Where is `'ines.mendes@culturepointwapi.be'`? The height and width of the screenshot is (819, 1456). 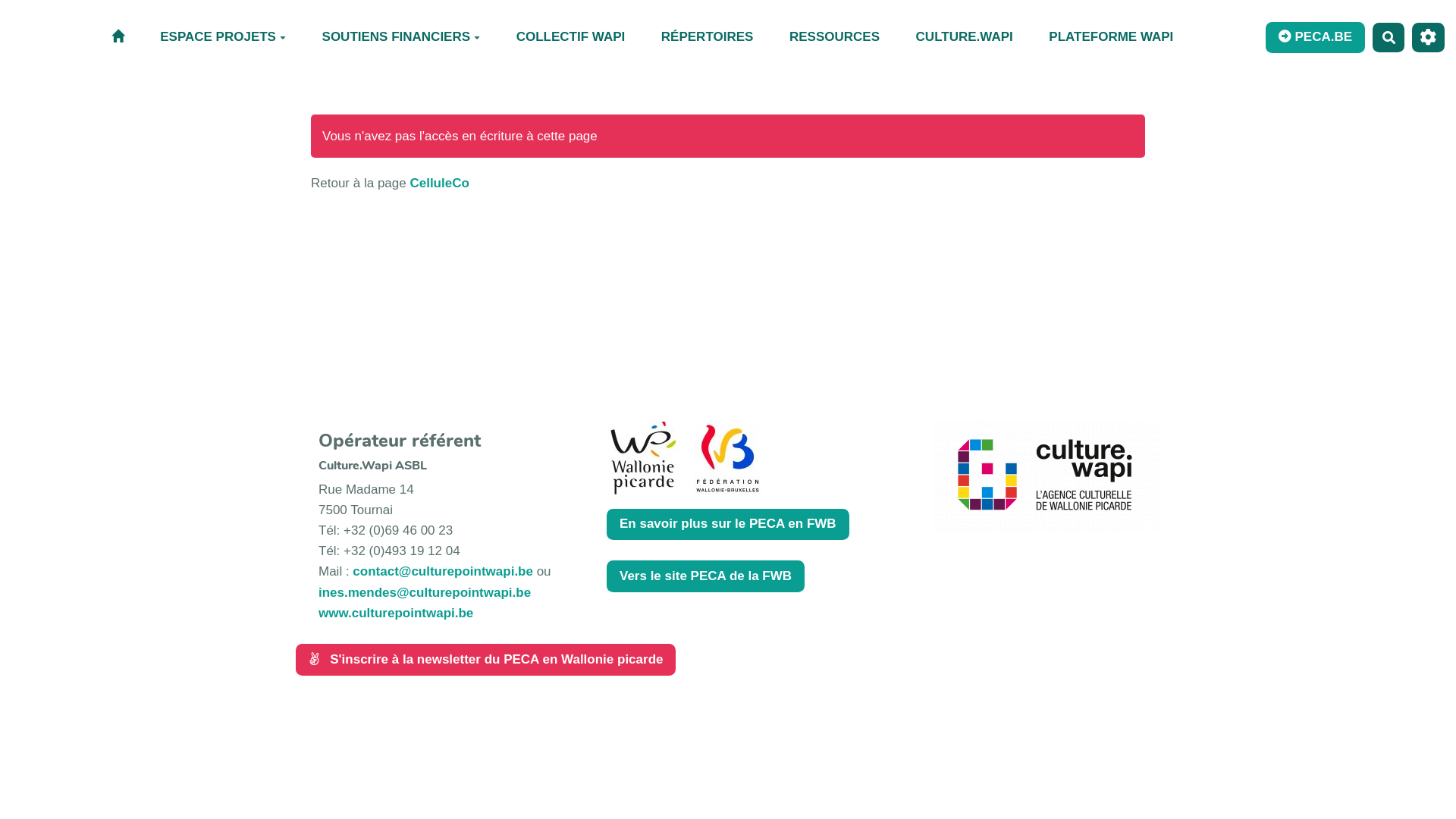 'ines.mendes@culturepointwapi.be' is located at coordinates (425, 591).